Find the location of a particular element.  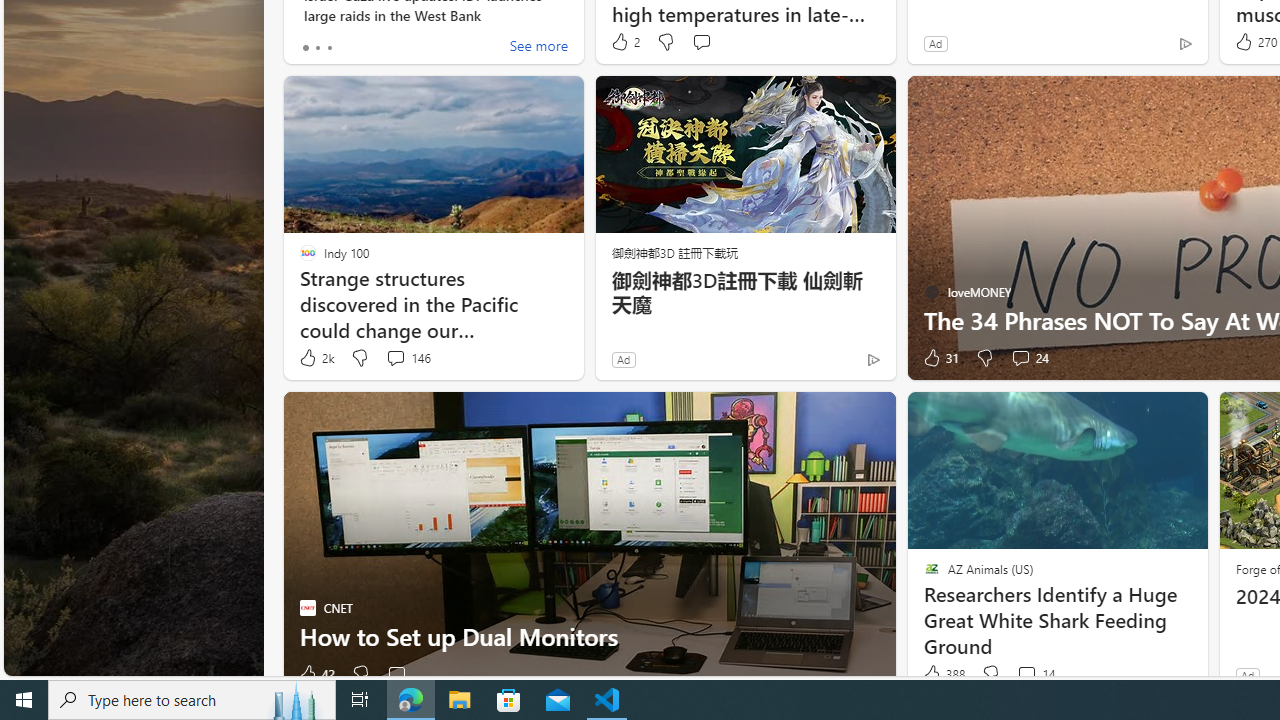

'View comments 146 Comment' is located at coordinates (407, 357).